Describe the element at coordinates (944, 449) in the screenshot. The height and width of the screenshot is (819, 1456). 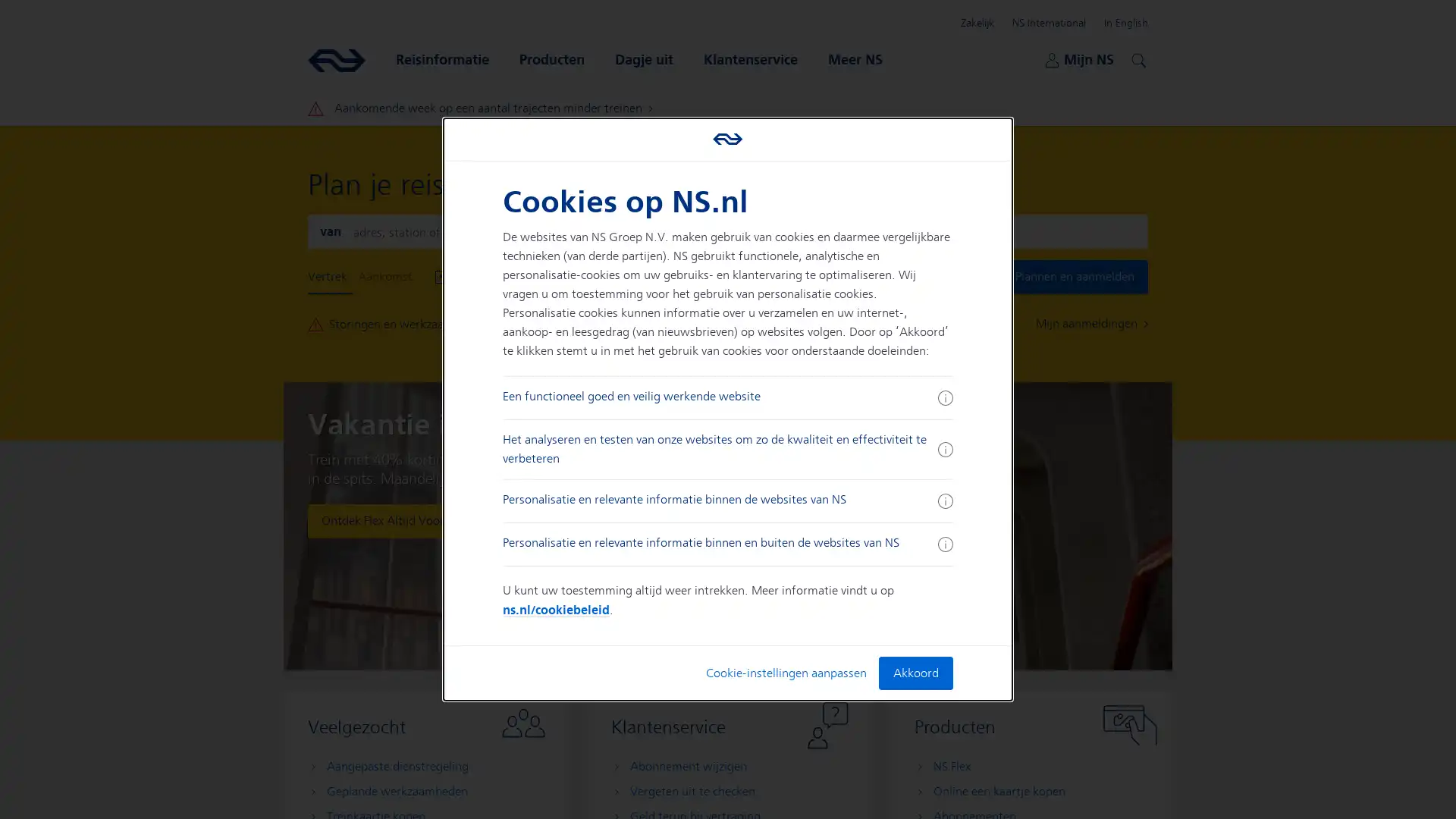
I see `Meer informatie ingeklapt` at that location.